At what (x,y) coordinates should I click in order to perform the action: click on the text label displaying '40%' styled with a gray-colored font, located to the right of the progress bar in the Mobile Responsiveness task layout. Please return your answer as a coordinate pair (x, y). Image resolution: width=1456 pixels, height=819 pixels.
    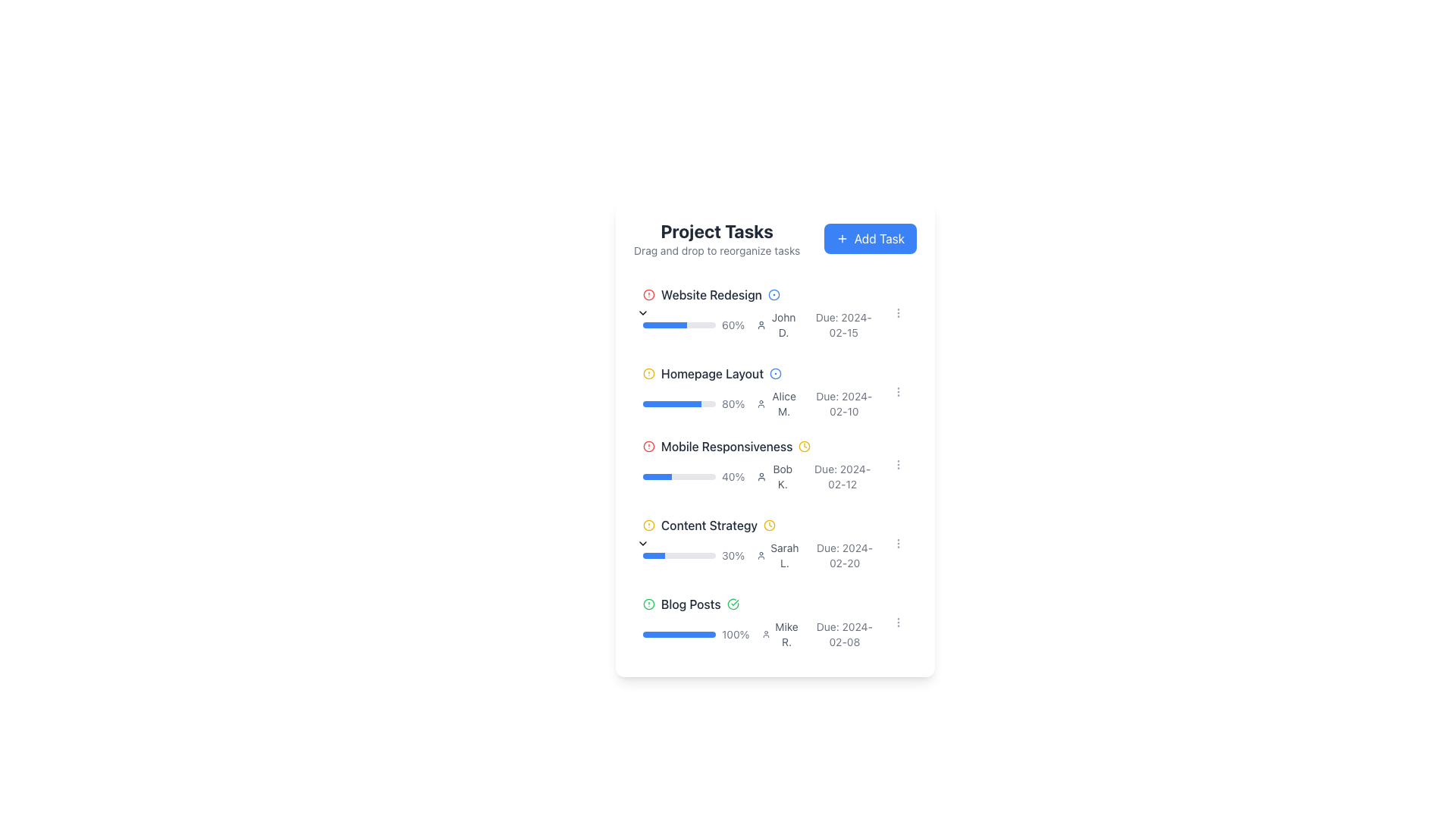
    Looking at the image, I should click on (733, 475).